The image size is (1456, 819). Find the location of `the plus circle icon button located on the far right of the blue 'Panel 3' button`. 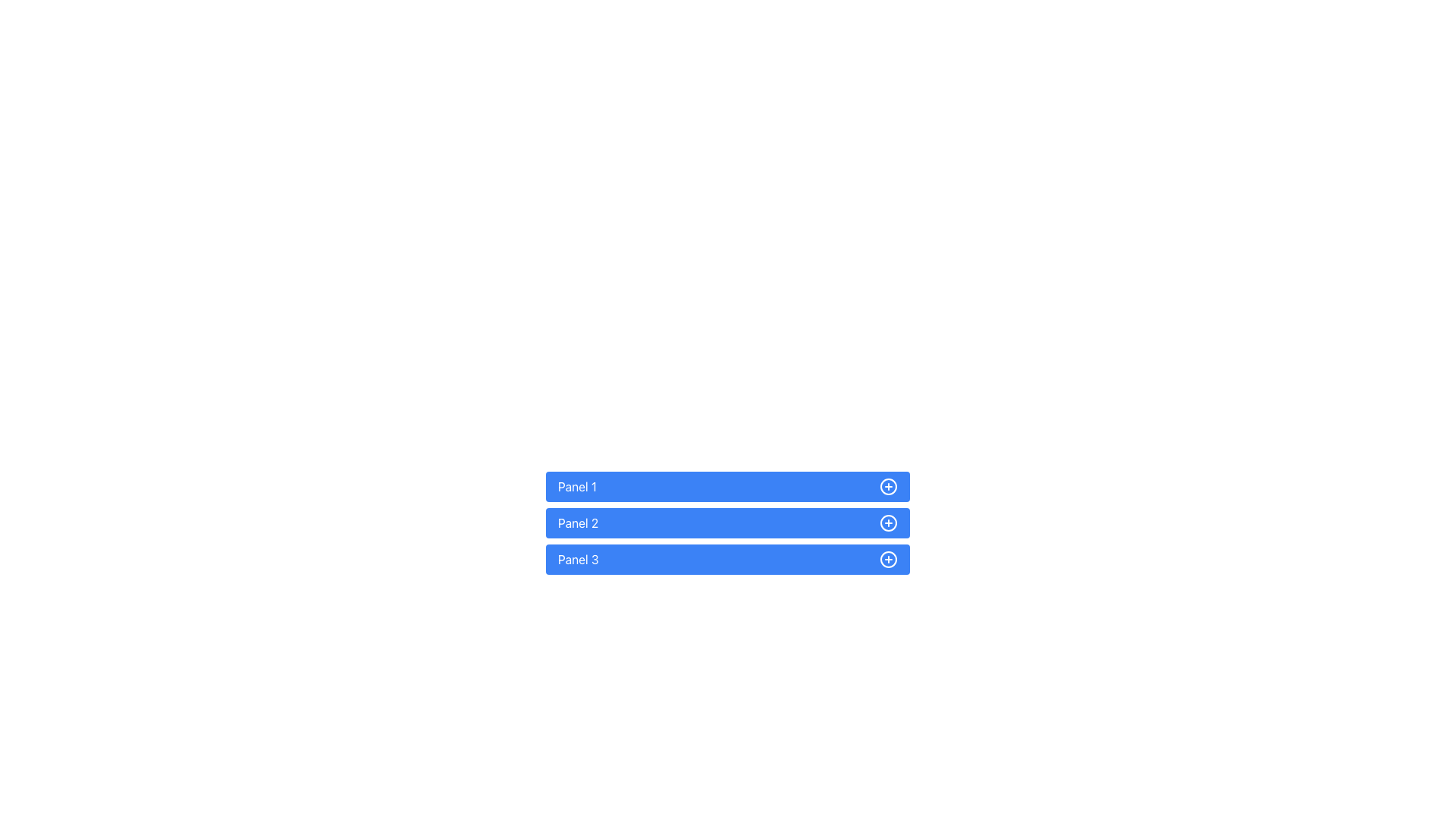

the plus circle icon button located on the far right of the blue 'Panel 3' button is located at coordinates (888, 559).